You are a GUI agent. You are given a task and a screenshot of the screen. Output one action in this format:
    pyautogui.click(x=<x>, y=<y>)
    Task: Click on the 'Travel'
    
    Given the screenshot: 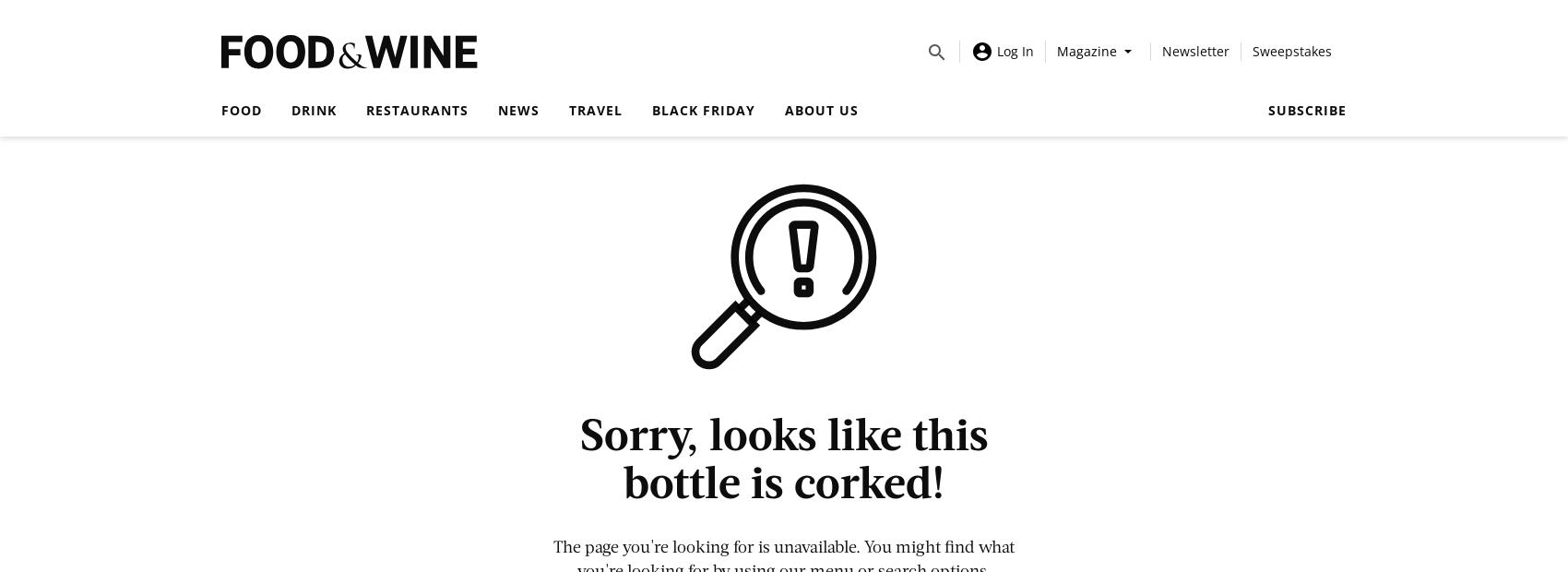 What is the action you would take?
    pyautogui.click(x=596, y=110)
    